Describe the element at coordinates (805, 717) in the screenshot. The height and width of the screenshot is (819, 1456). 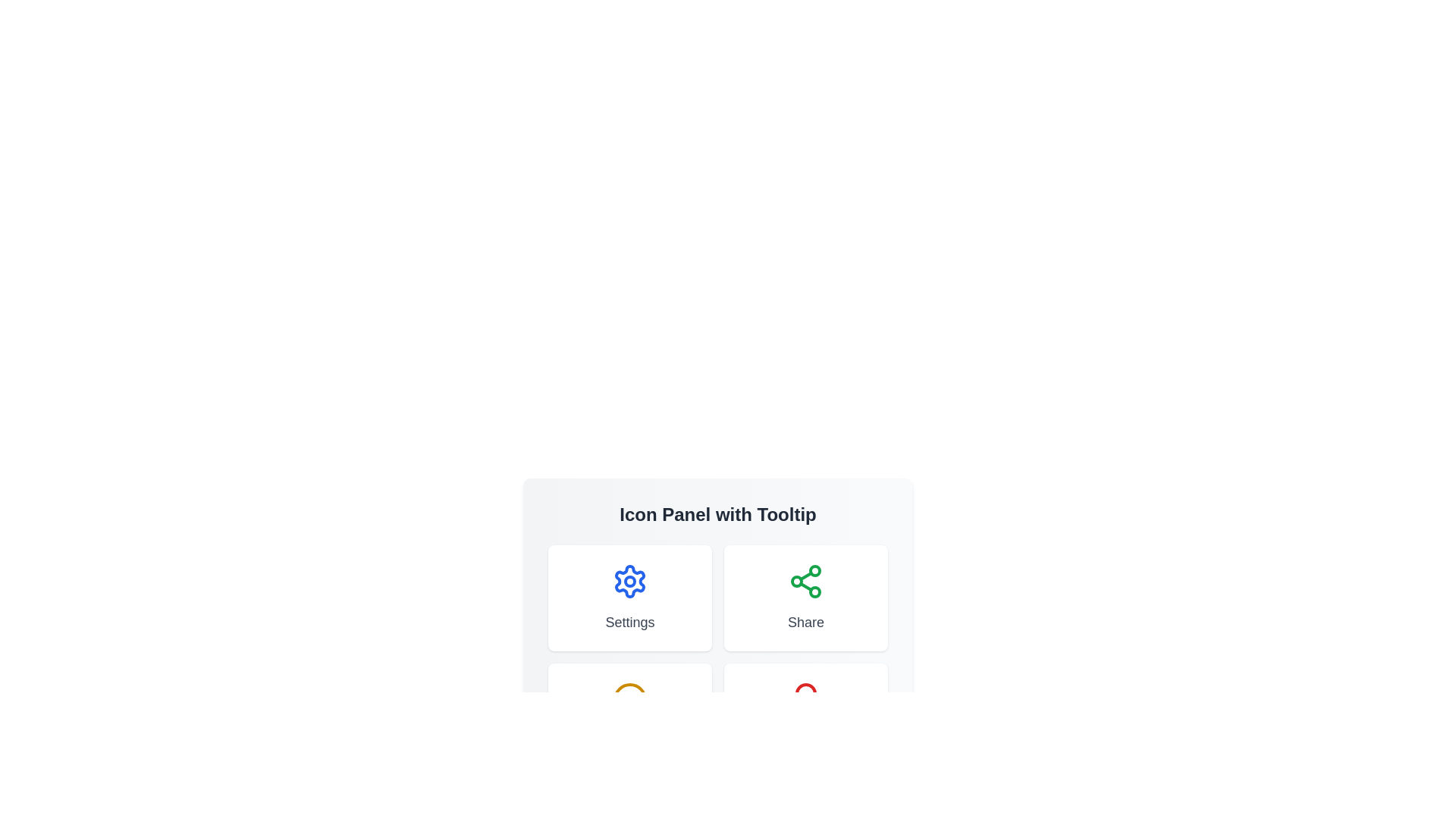
I see `the interactive card representing the notification section located in the bottom-right of the grid` at that location.